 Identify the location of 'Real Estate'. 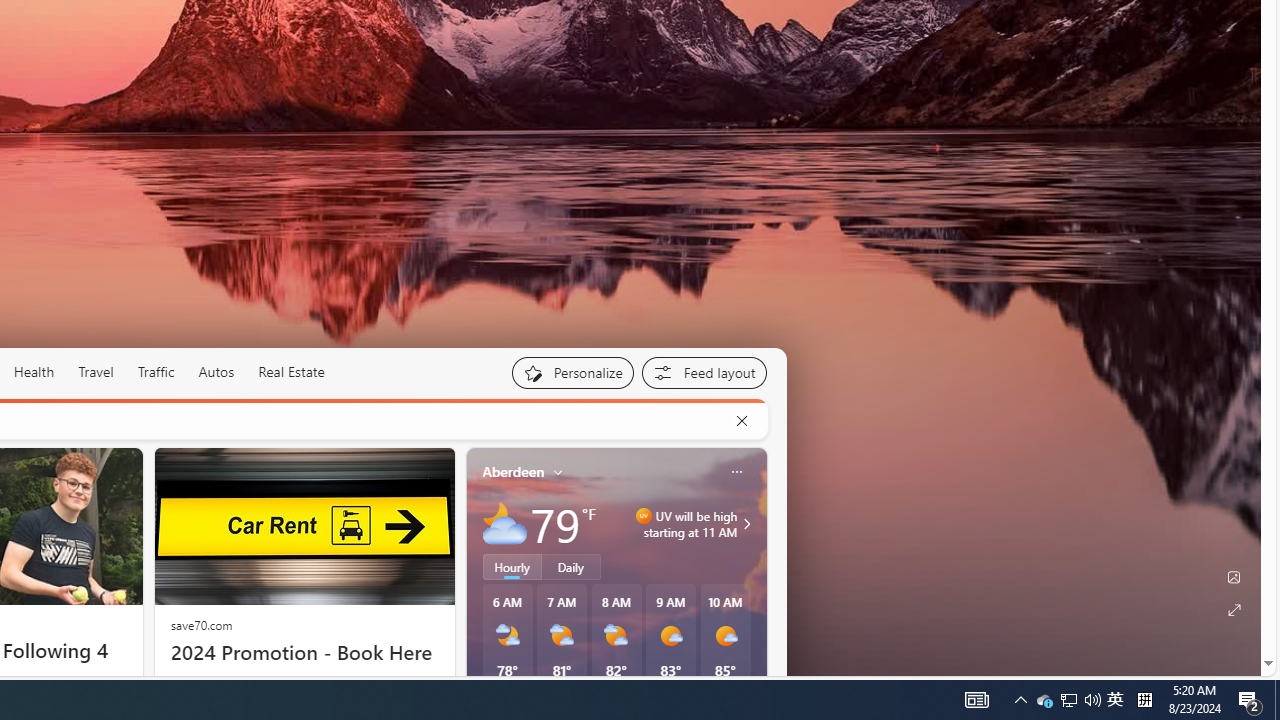
(290, 371).